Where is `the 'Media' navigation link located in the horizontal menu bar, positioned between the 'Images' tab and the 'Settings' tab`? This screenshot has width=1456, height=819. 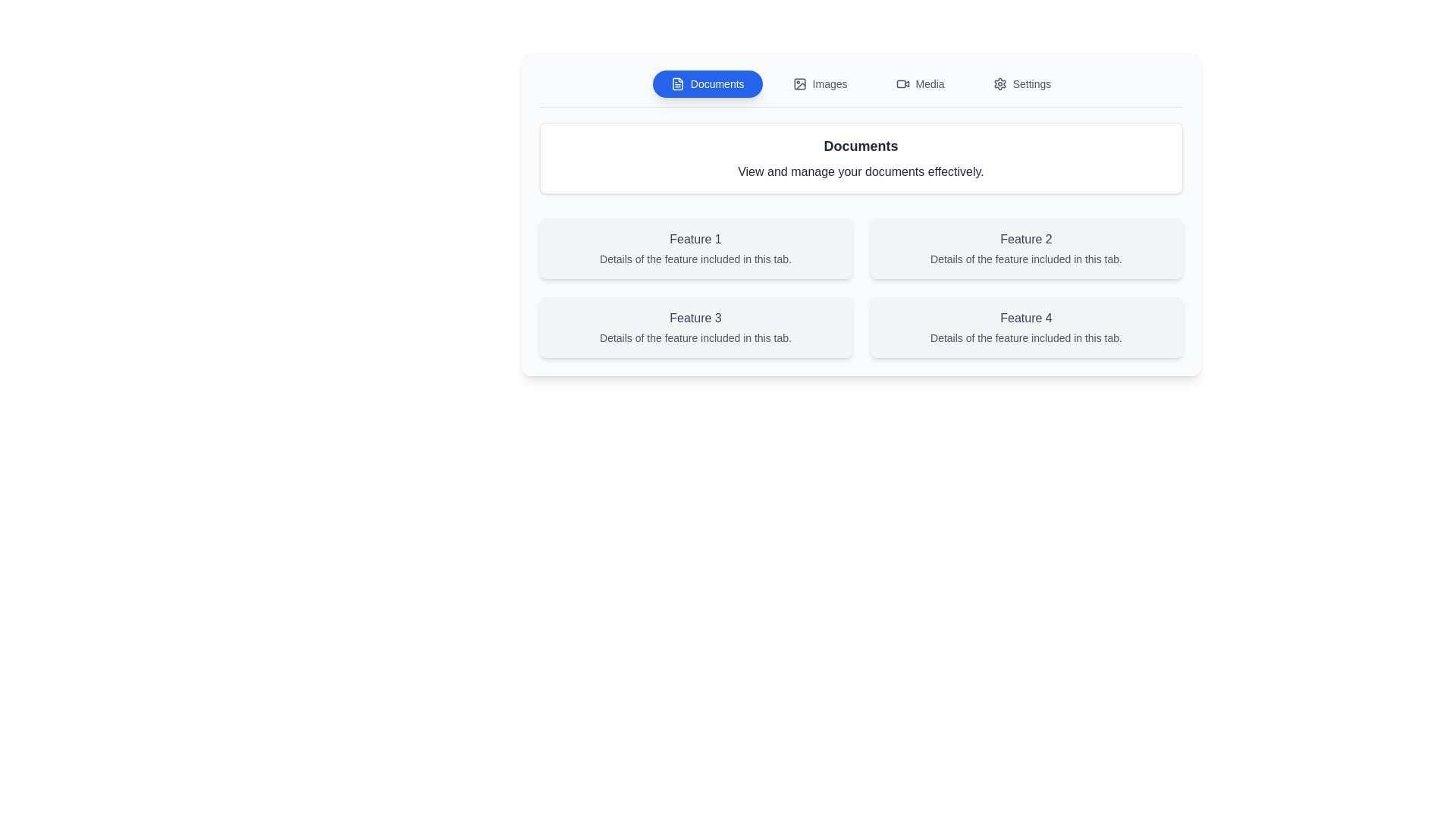
the 'Media' navigation link located in the horizontal menu bar, positioned between the 'Images' tab and the 'Settings' tab is located at coordinates (929, 84).